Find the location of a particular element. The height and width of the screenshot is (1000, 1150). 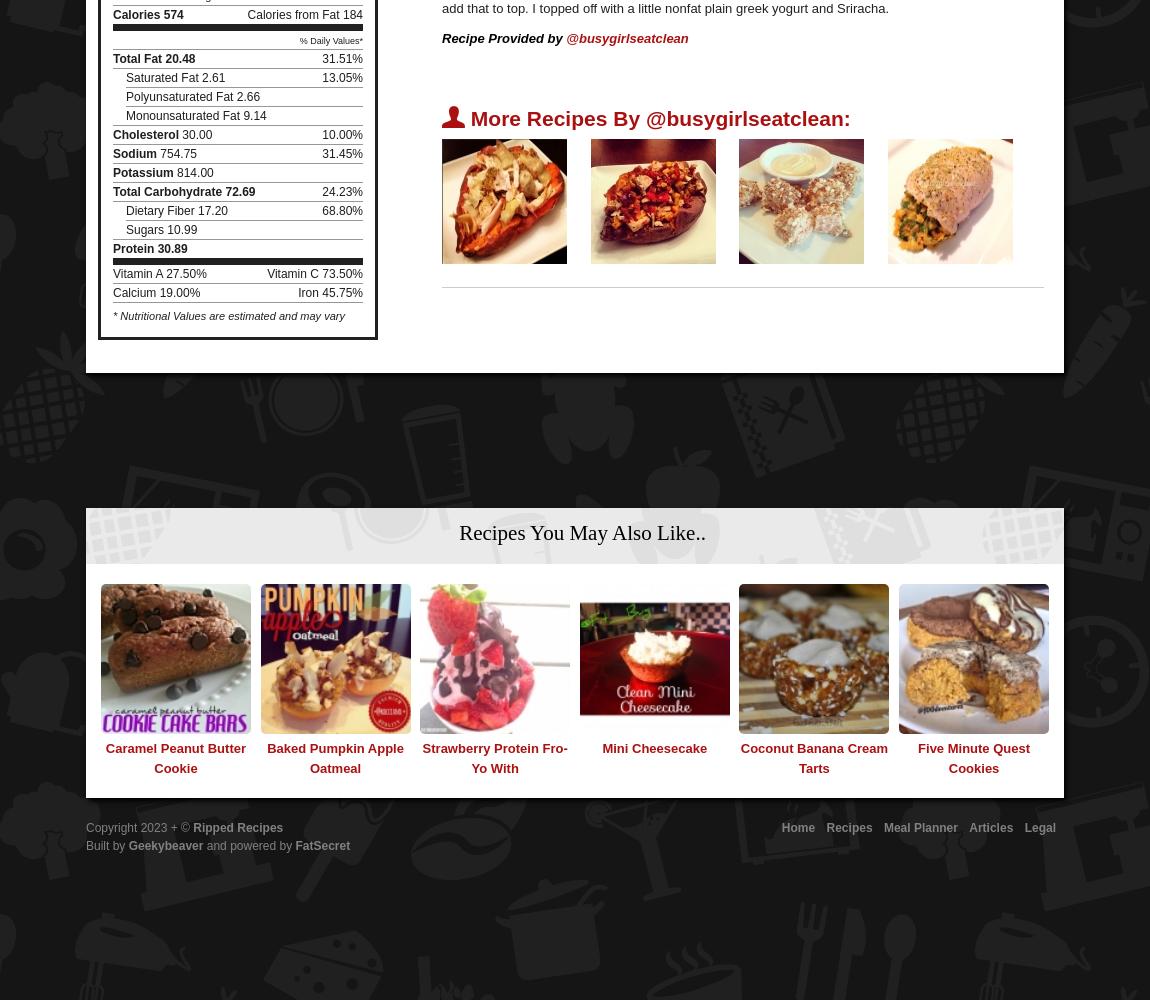

'Recipe Provided by' is located at coordinates (441, 38).